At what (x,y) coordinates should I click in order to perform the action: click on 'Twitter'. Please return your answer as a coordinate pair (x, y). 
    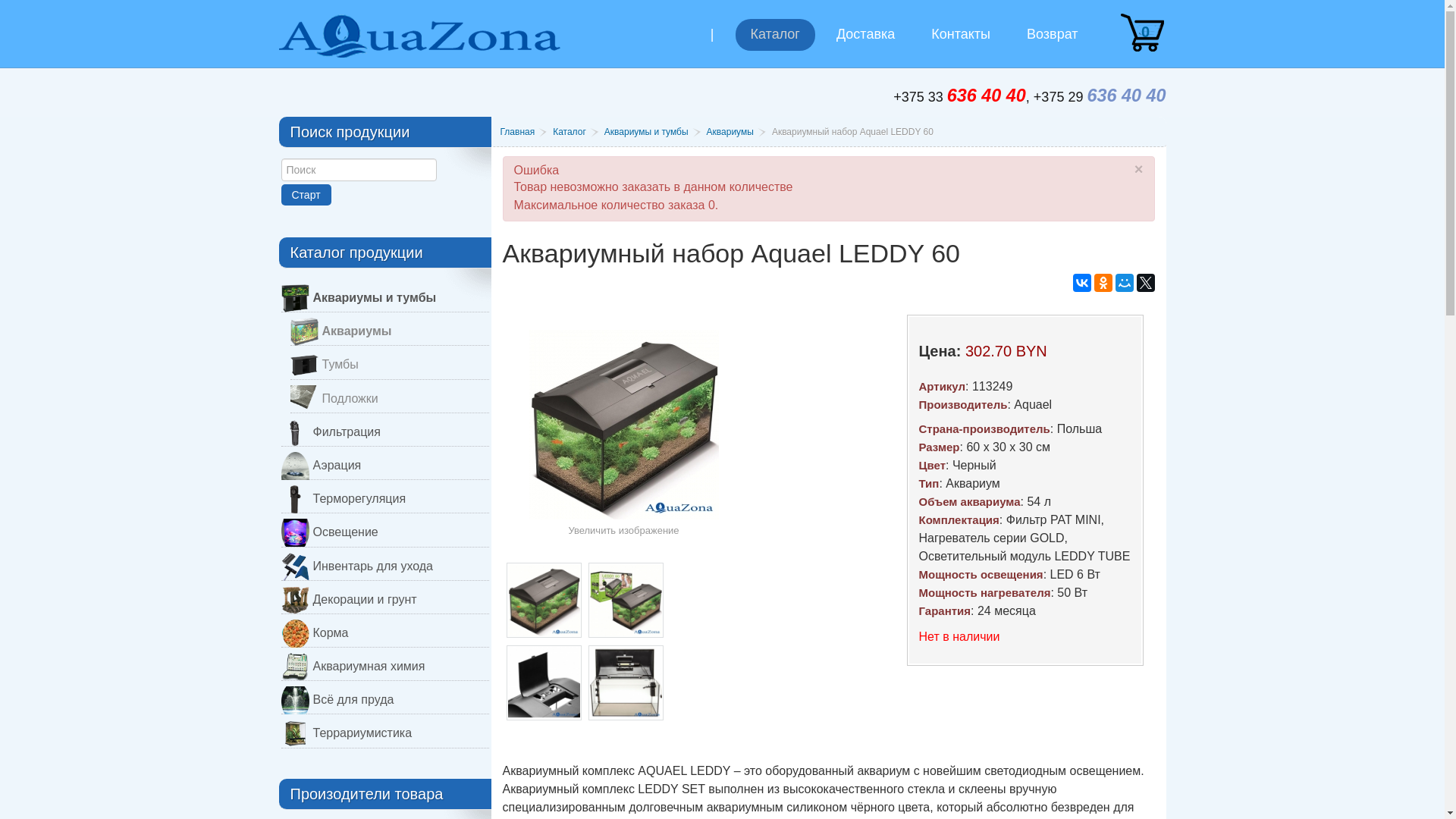
    Looking at the image, I should click on (1145, 283).